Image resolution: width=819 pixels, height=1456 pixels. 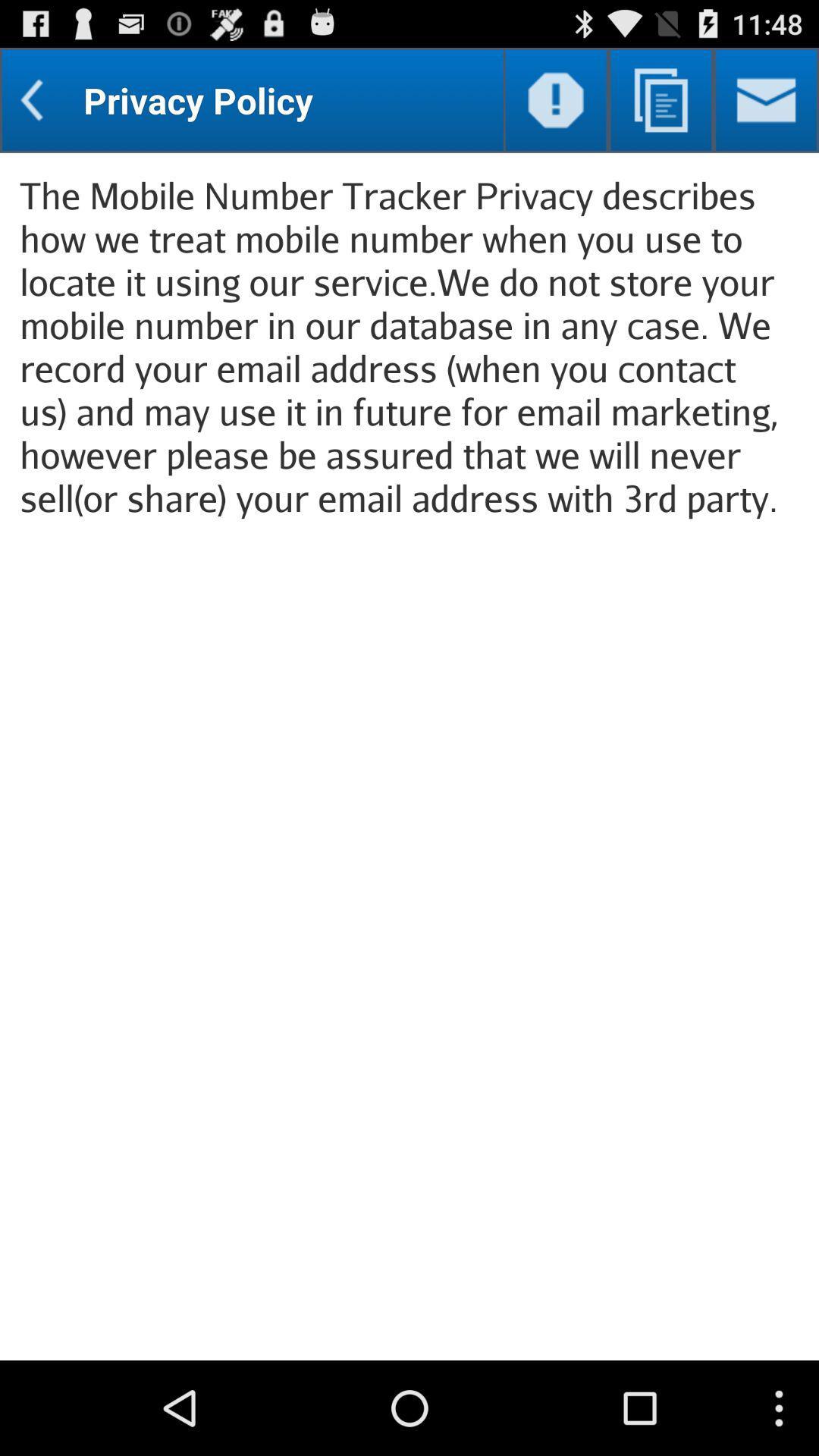 I want to click on the item above the the mobile number item, so click(x=766, y=99).